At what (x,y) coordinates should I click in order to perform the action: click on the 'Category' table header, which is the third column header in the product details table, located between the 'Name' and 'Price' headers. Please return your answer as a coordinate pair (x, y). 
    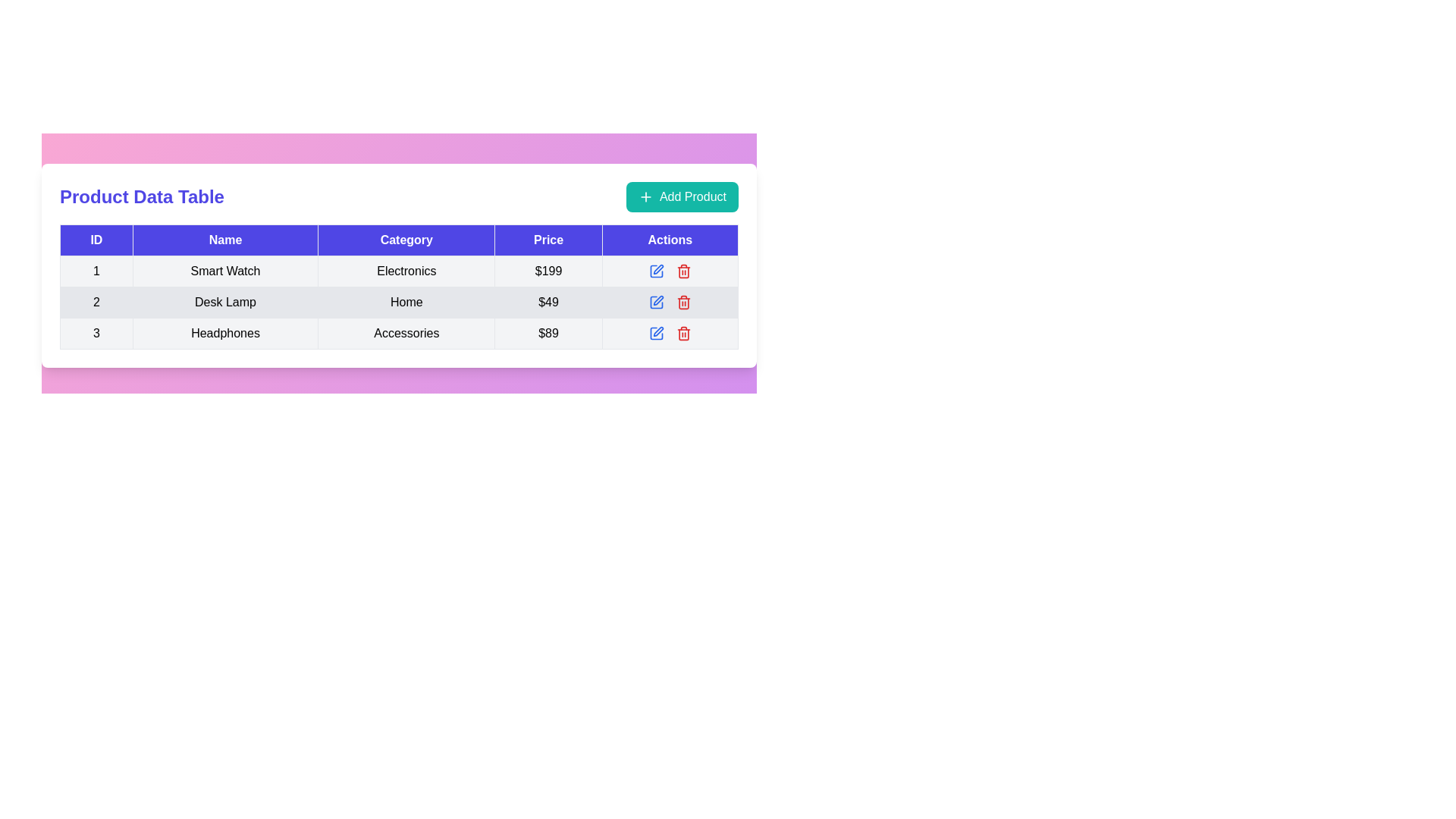
    Looking at the image, I should click on (399, 239).